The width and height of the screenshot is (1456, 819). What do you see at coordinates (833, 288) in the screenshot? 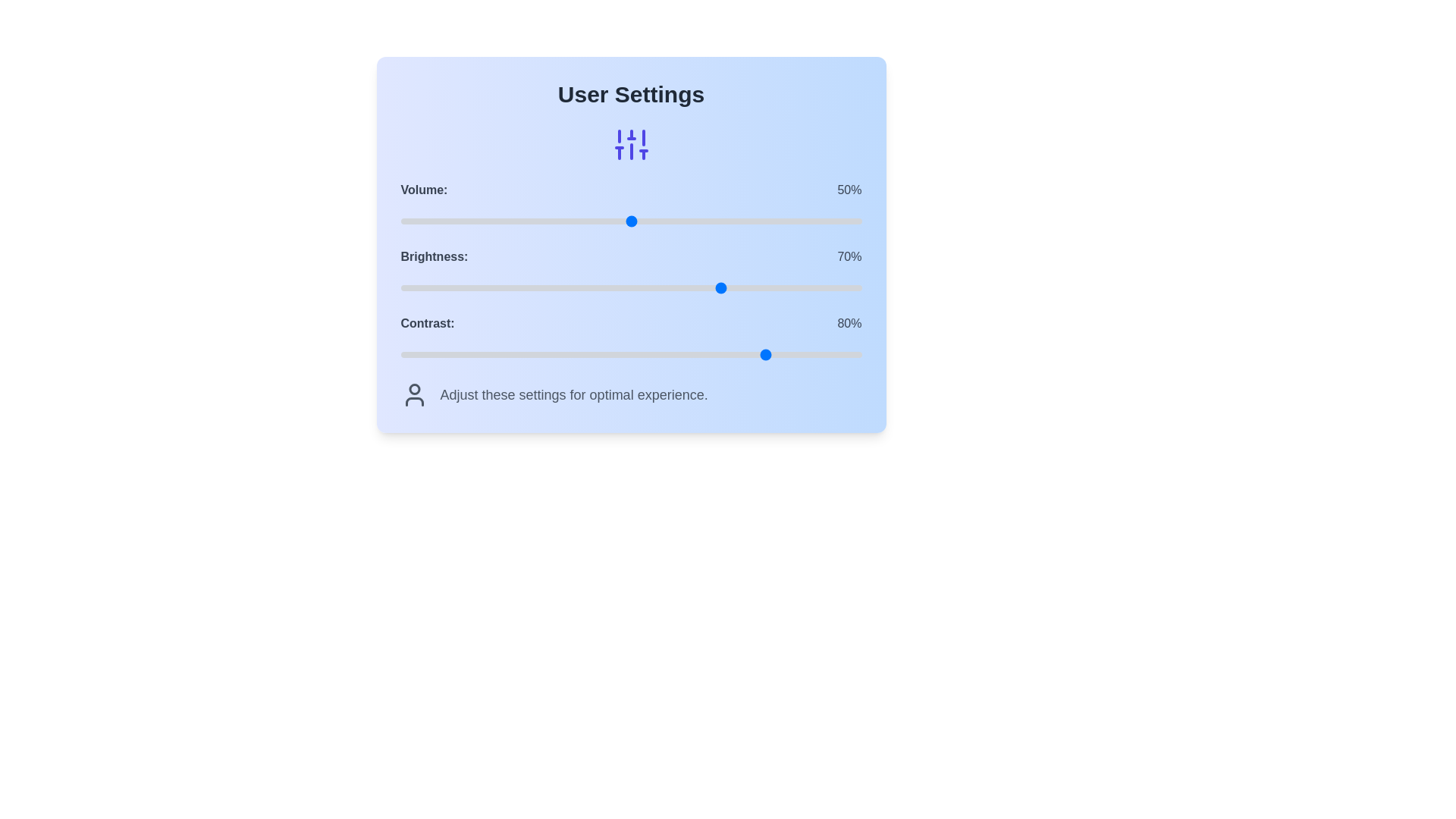
I see `the brightness level` at bounding box center [833, 288].